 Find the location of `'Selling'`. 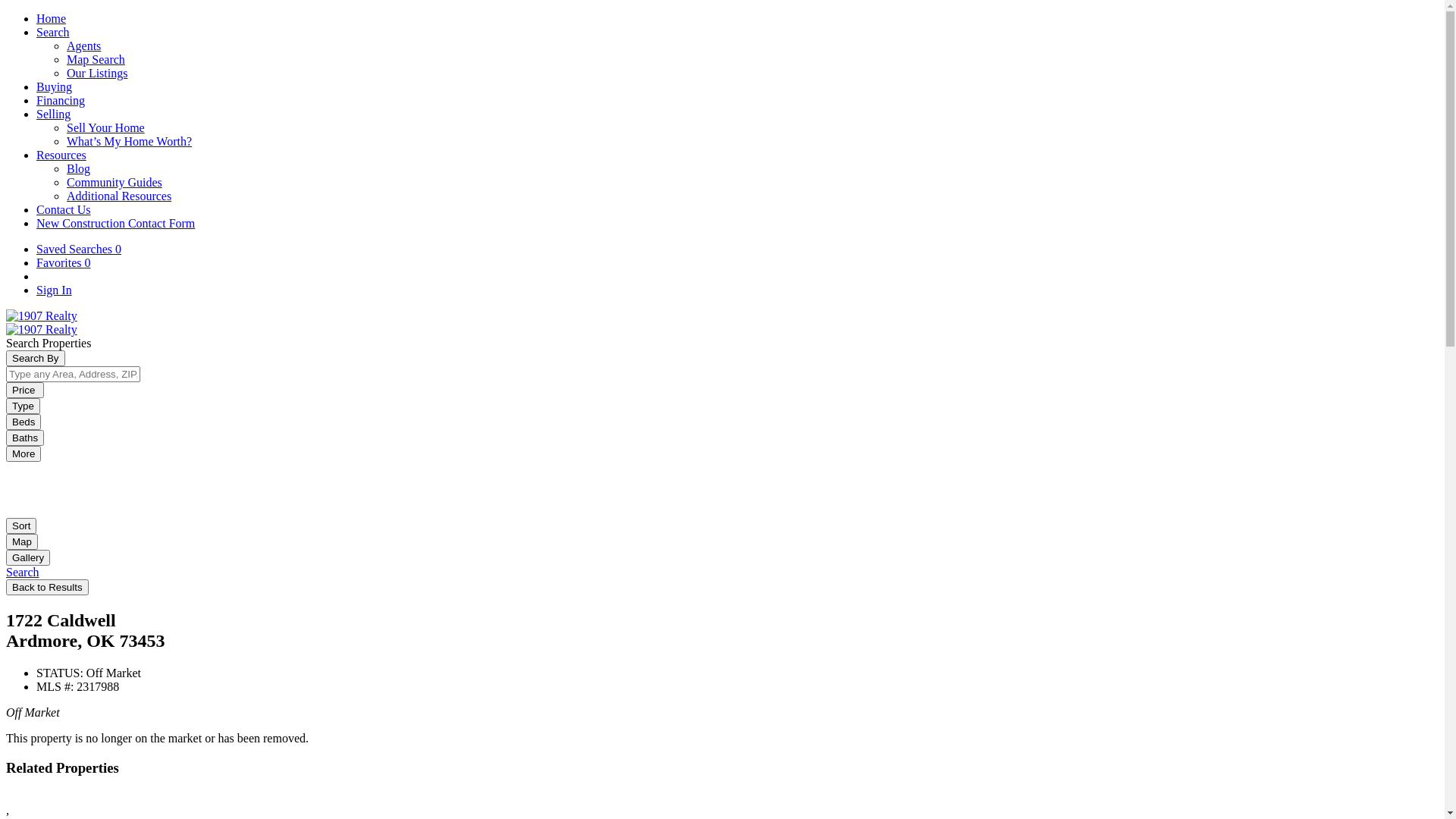

'Selling' is located at coordinates (36, 113).